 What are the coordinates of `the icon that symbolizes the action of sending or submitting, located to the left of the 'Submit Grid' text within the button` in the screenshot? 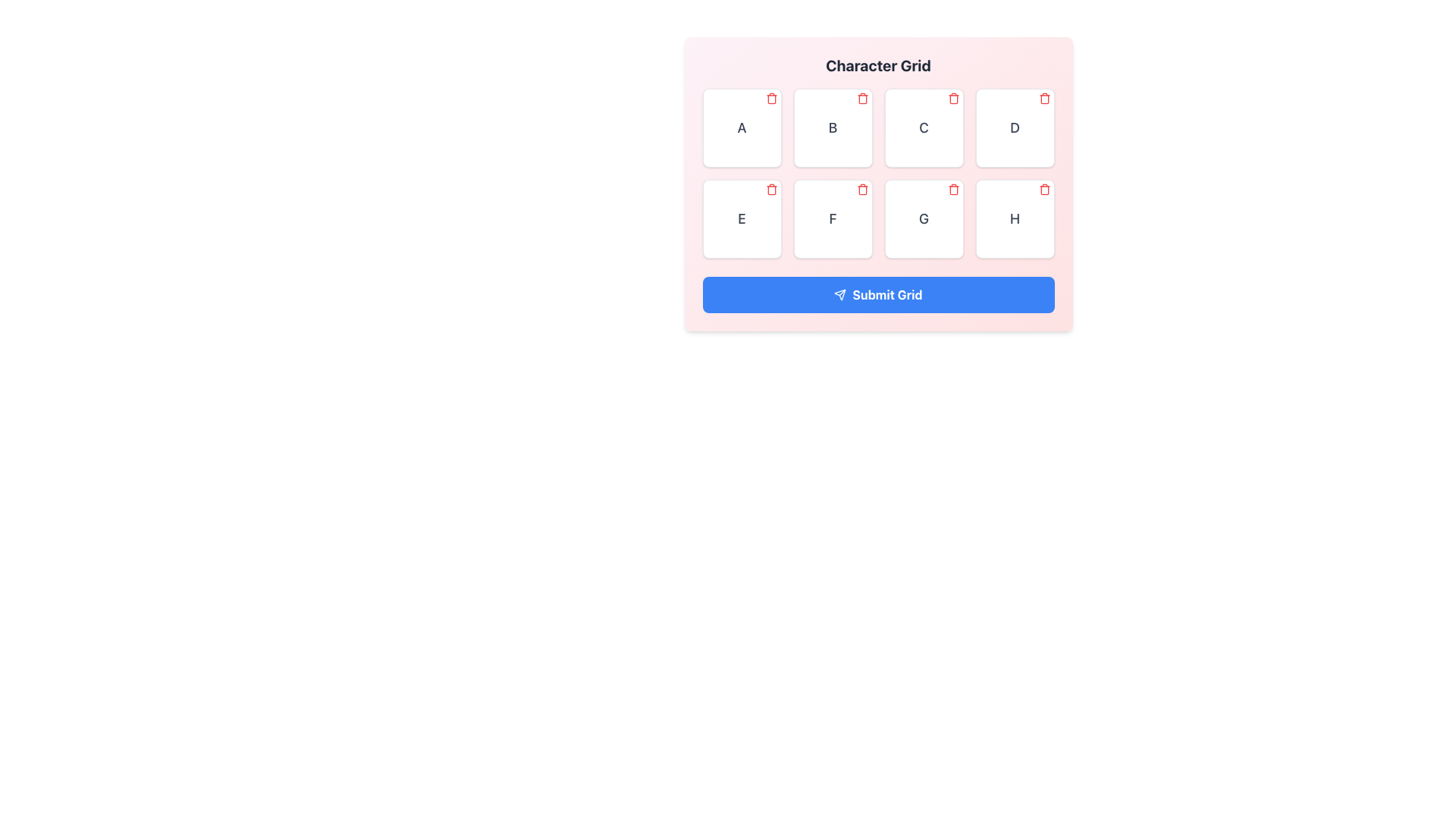 It's located at (839, 295).